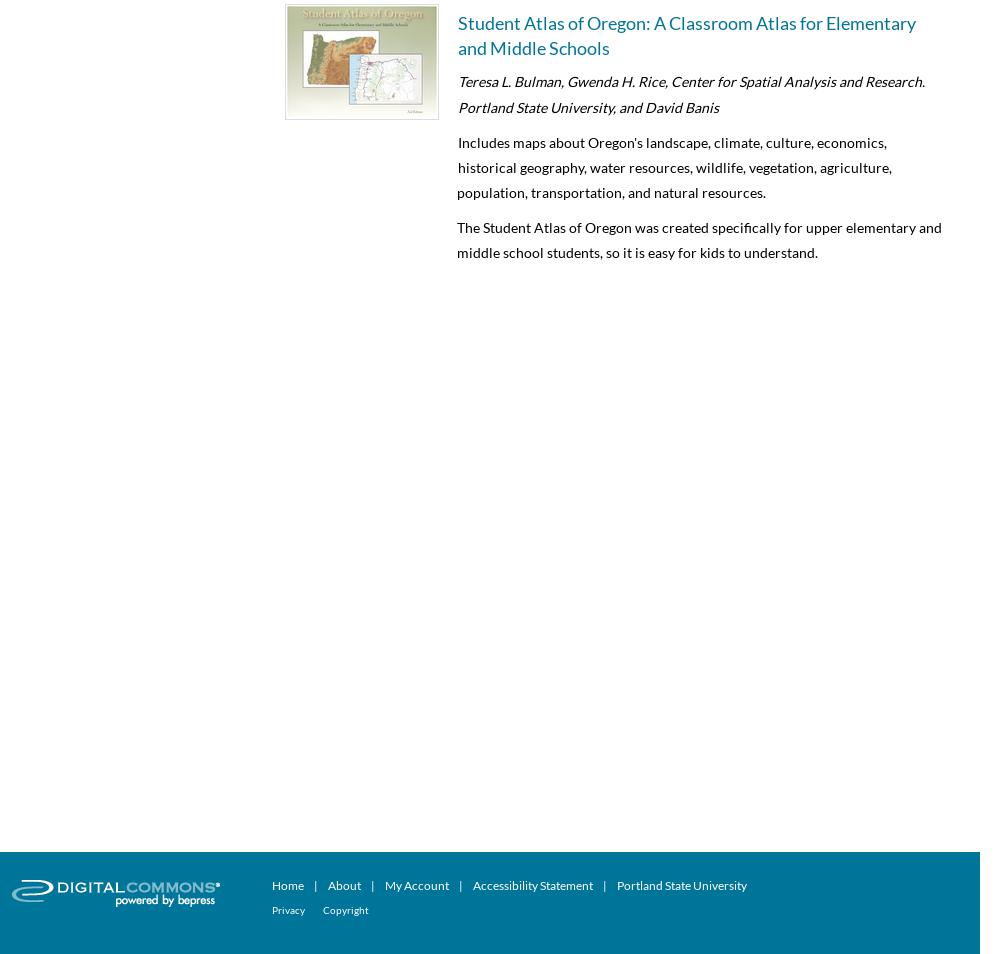  Describe the element at coordinates (272, 884) in the screenshot. I see `'Home'` at that location.